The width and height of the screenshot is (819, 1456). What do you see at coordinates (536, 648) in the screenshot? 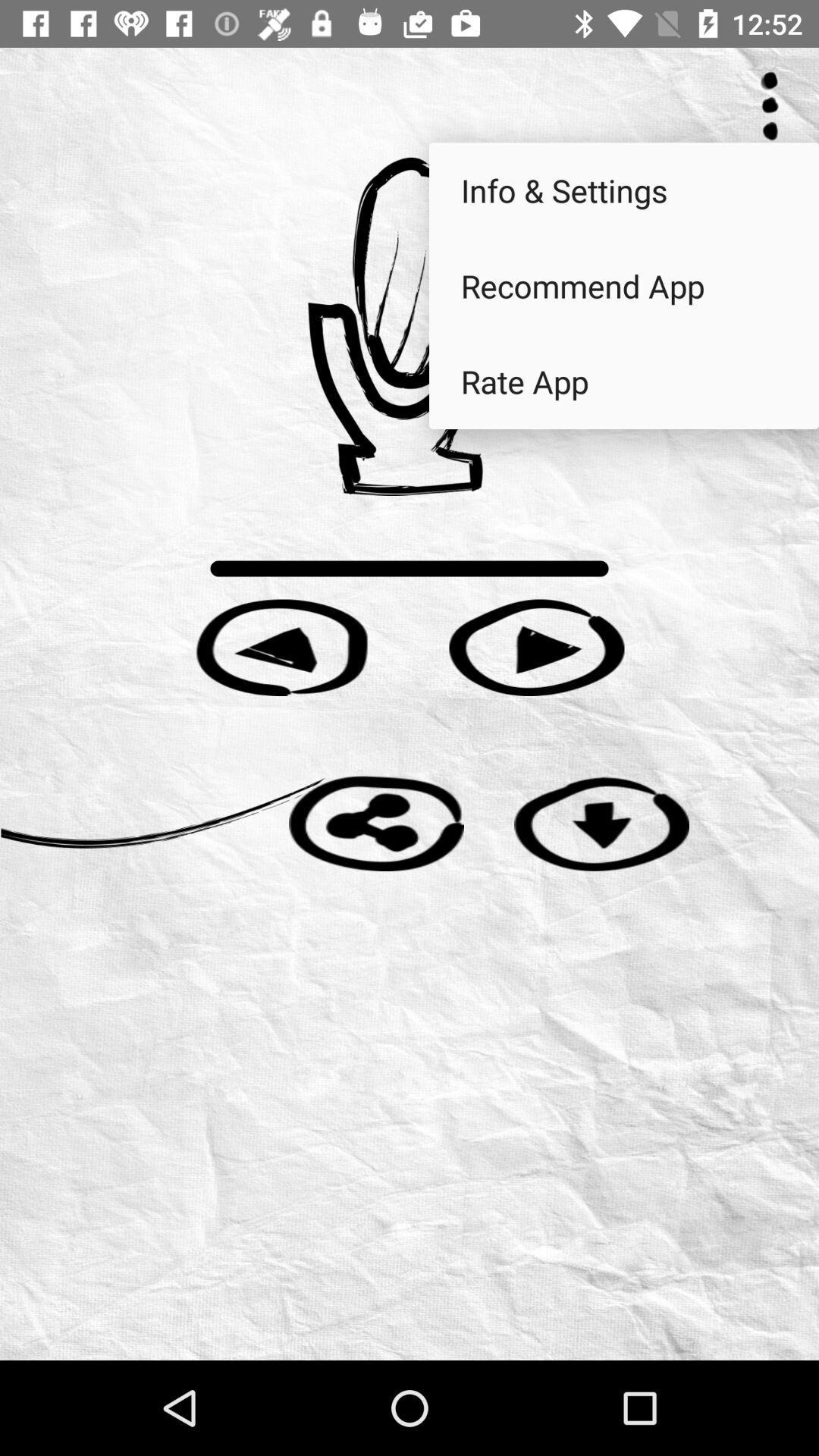
I see `song` at bounding box center [536, 648].